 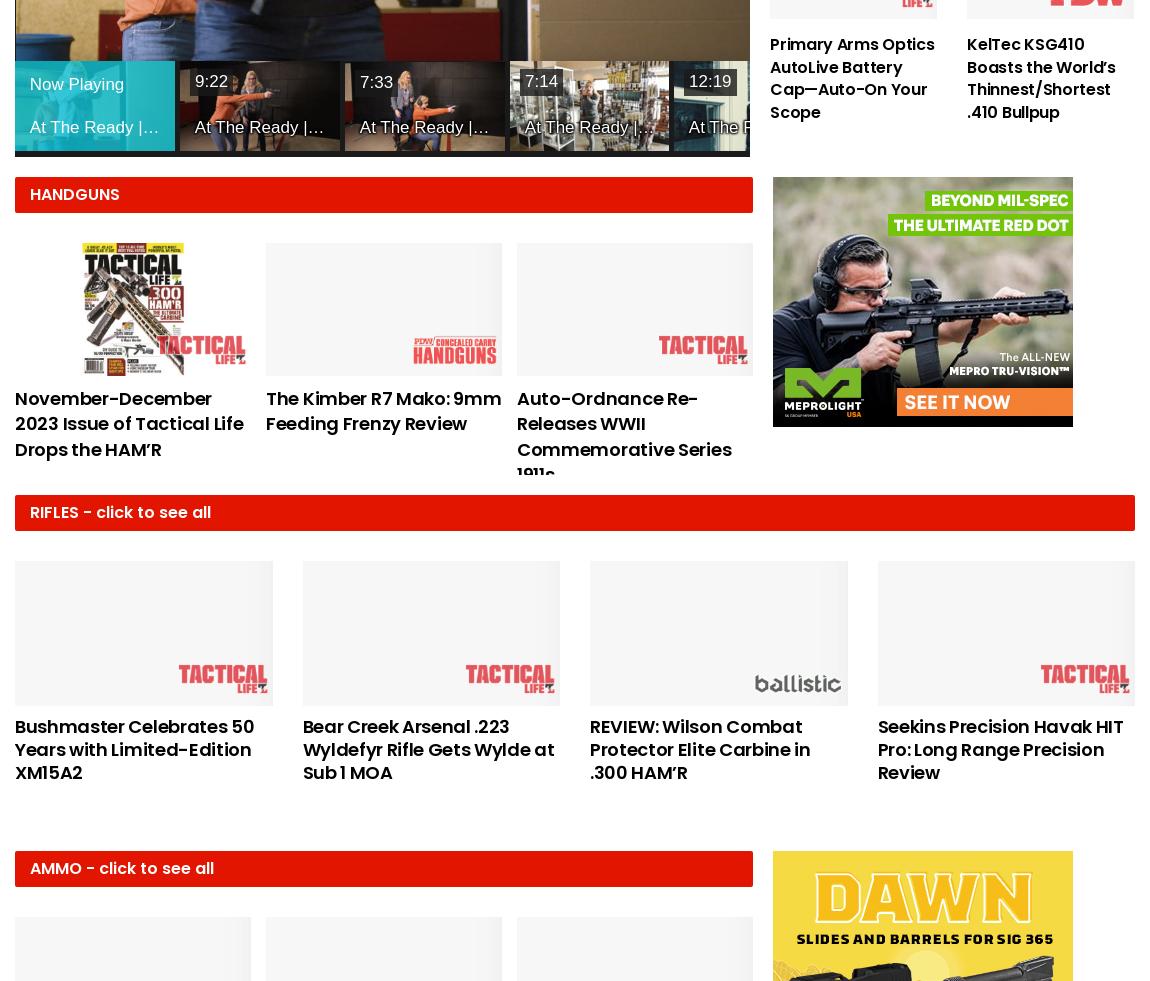 I want to click on 'Auto-Ordnance Re-Releases WWII Commemorative Series 1911s', so click(x=516, y=434).